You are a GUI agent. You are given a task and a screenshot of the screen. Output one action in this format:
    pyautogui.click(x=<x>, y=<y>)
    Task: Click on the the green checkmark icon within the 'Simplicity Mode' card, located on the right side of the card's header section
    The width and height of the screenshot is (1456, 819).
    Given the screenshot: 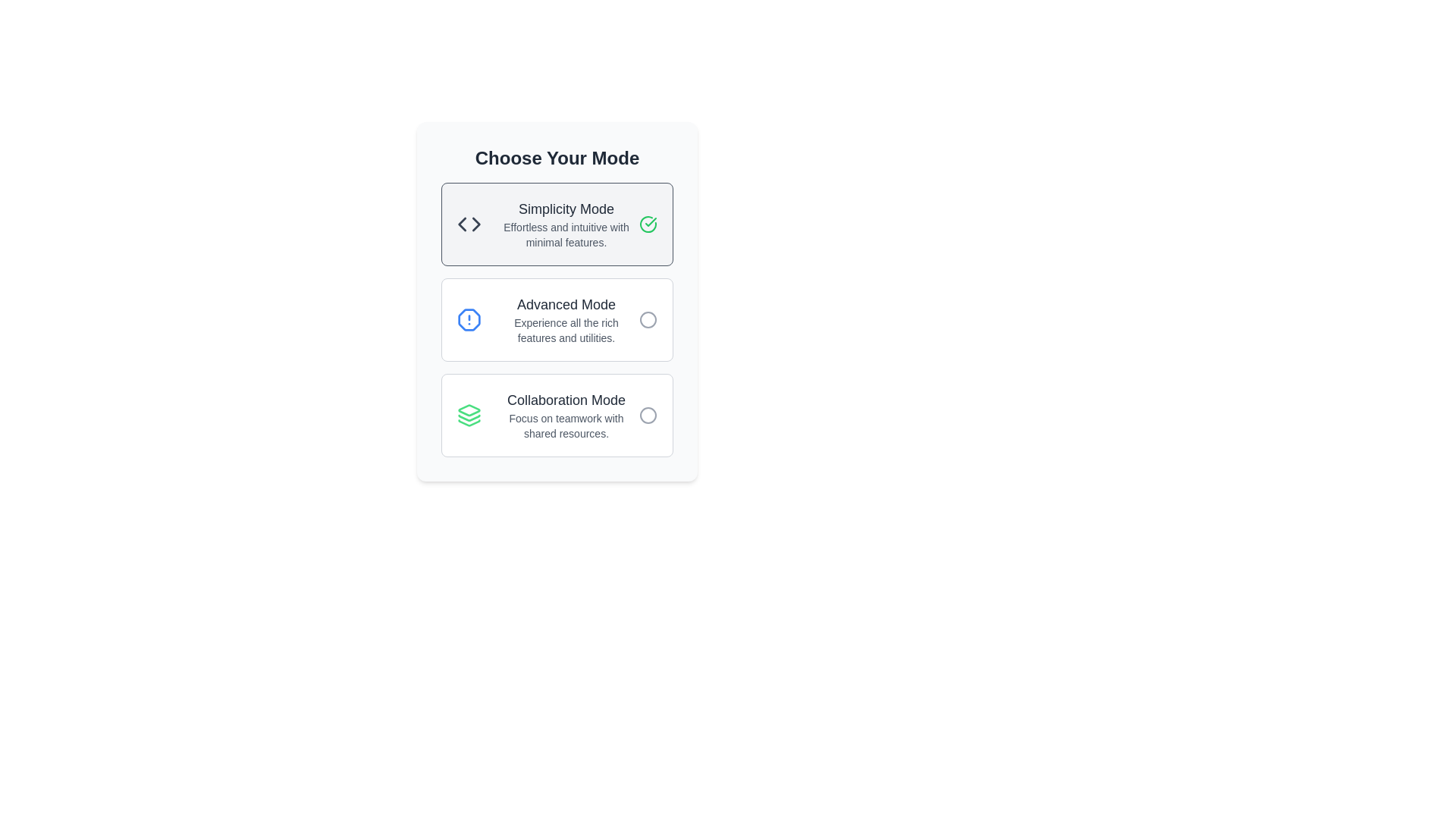 What is the action you would take?
    pyautogui.click(x=648, y=224)
    